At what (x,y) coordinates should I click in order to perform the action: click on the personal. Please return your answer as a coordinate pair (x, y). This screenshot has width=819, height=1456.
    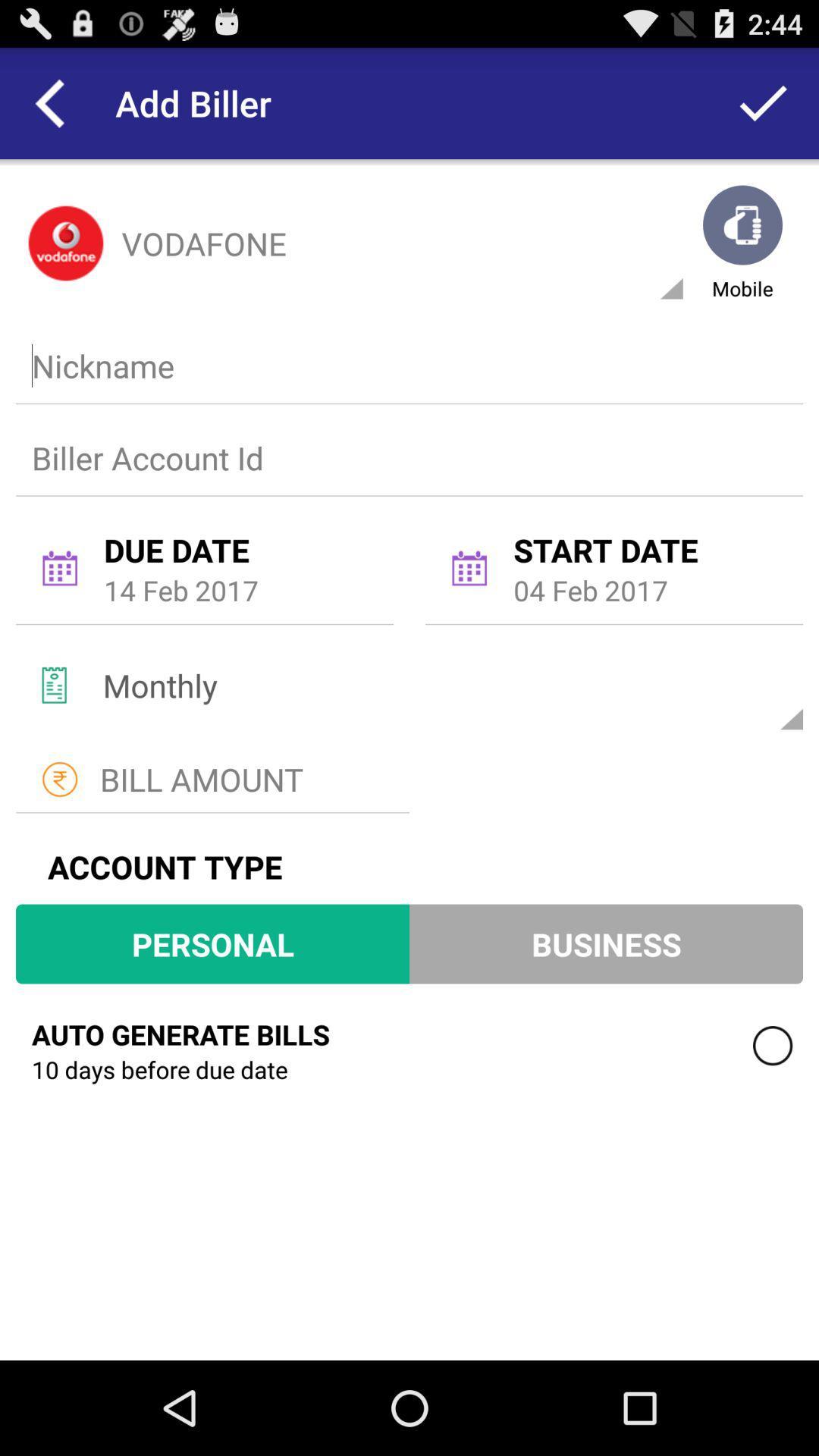
    Looking at the image, I should click on (212, 943).